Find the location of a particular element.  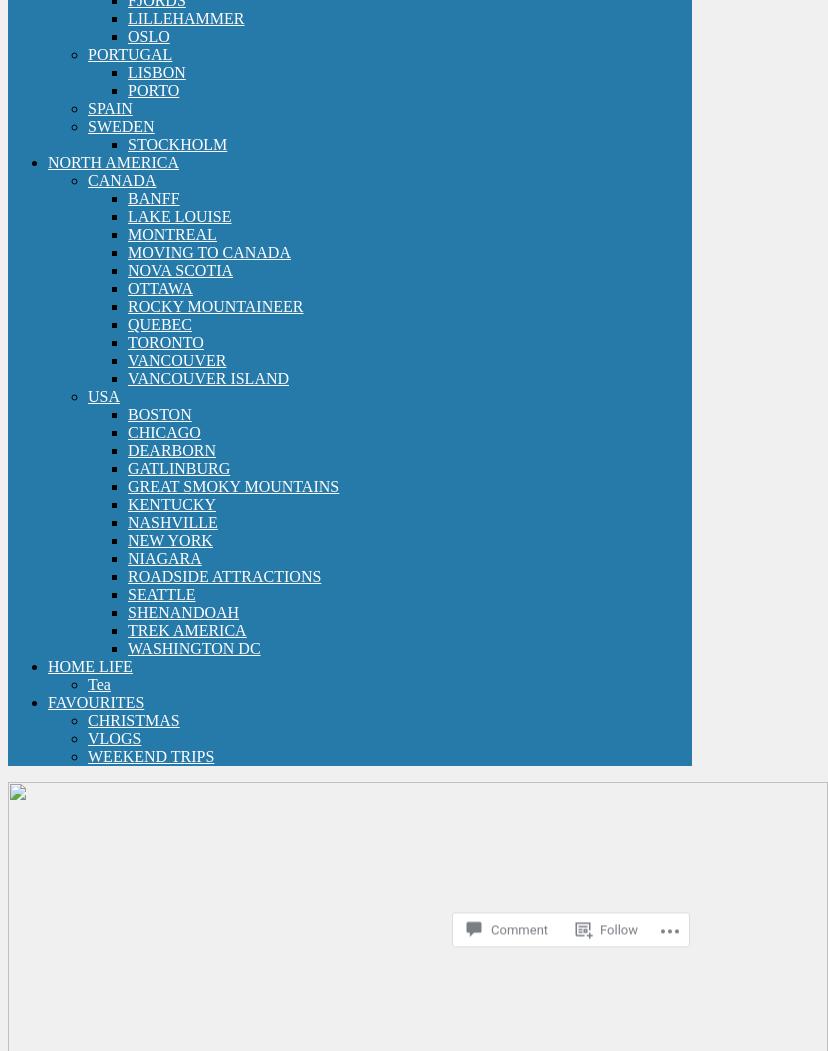

'NEW YORK' is located at coordinates (169, 538).